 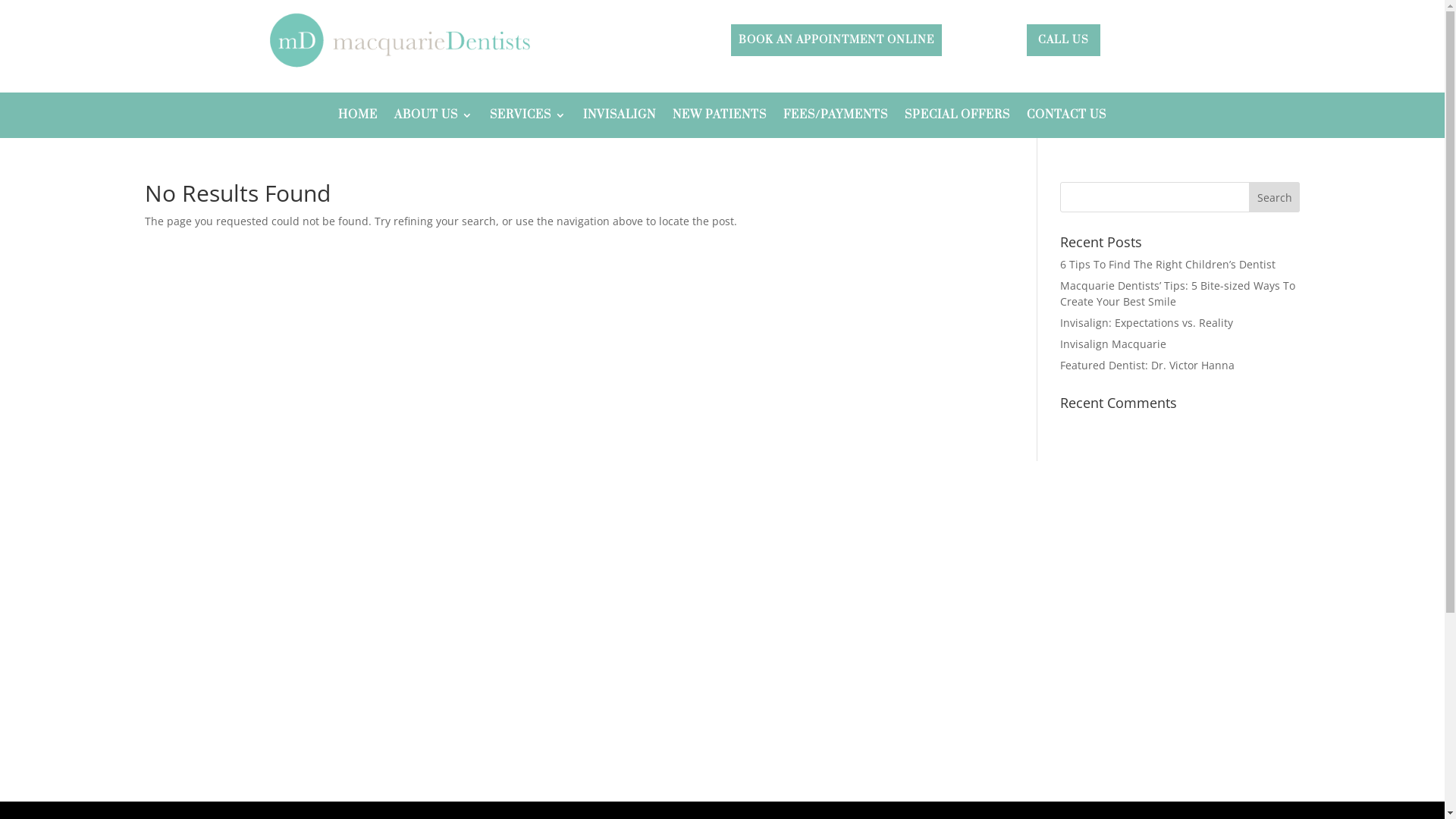 I want to click on 'HOME', so click(x=356, y=117).